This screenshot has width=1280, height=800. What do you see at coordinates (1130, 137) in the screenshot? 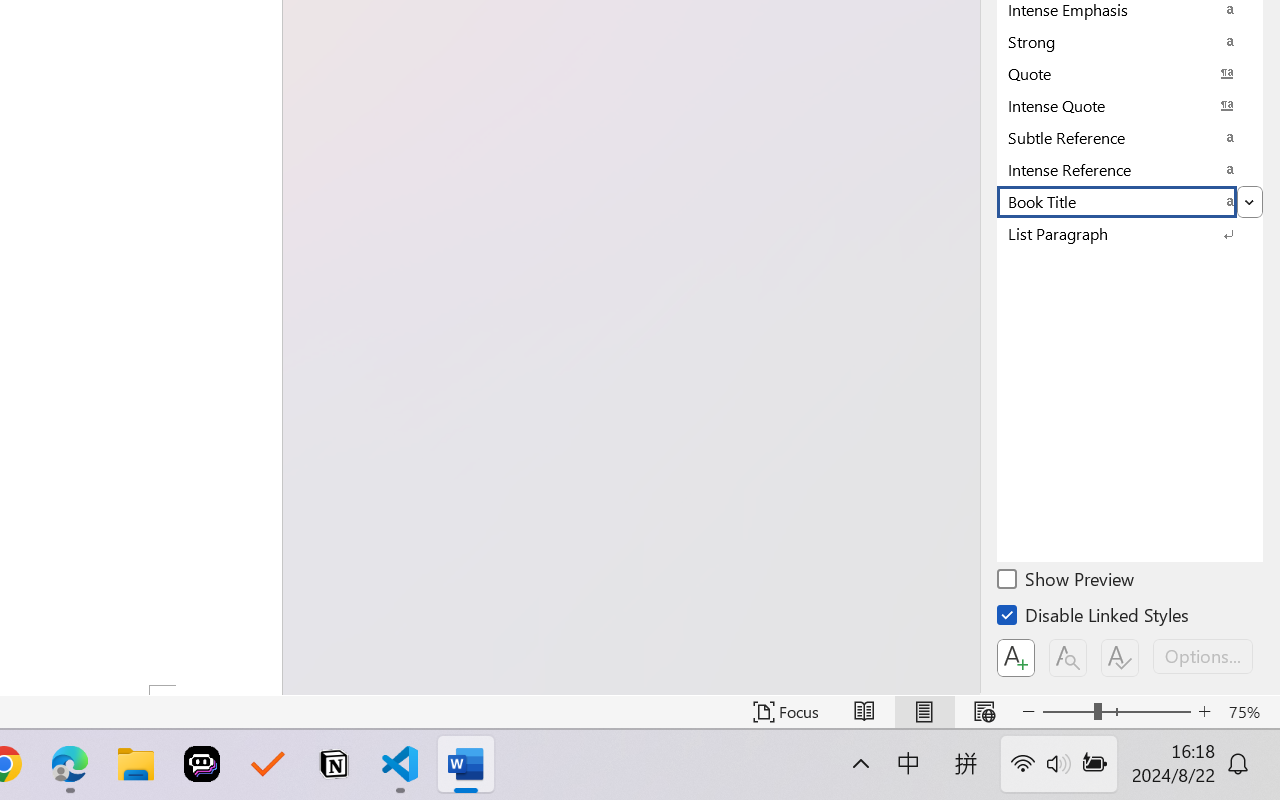
I see `'Subtle Reference'` at bounding box center [1130, 137].